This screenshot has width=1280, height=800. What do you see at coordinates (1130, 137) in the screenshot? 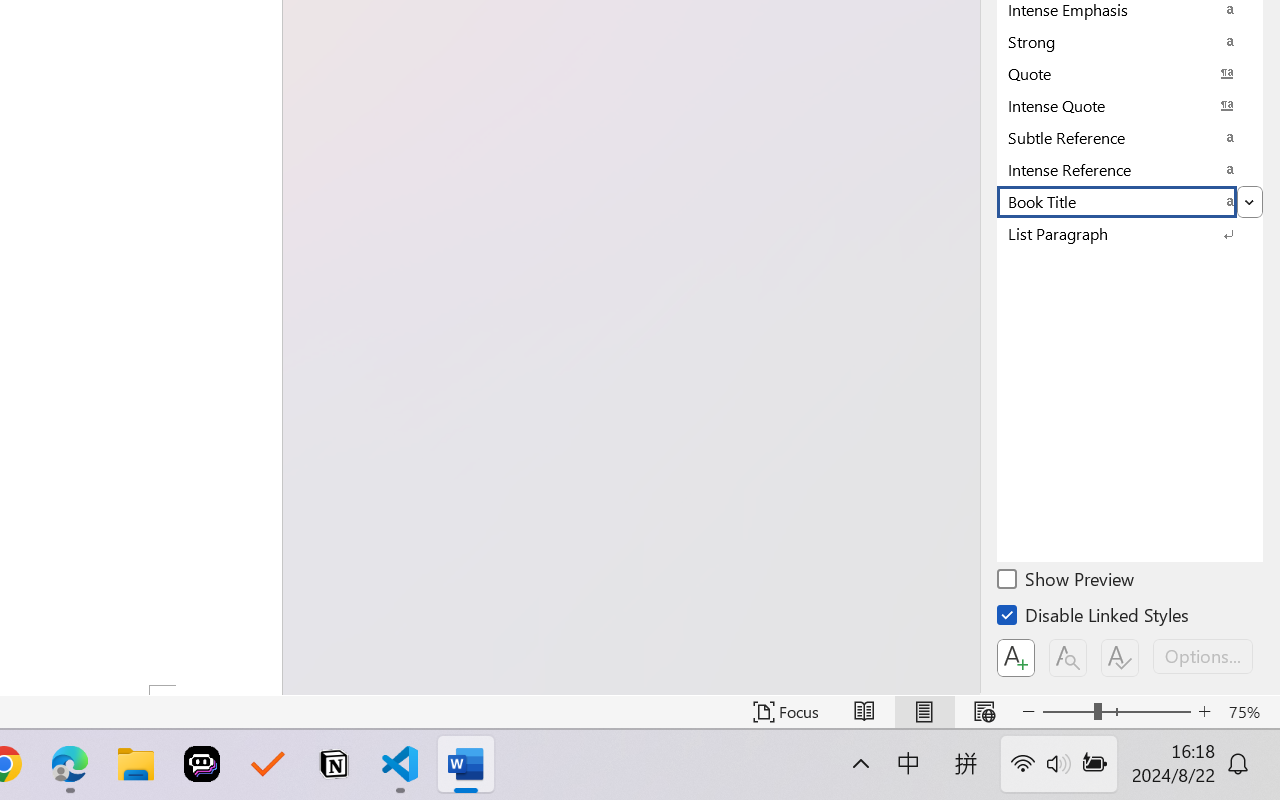
I see `'Subtle Reference'` at bounding box center [1130, 137].